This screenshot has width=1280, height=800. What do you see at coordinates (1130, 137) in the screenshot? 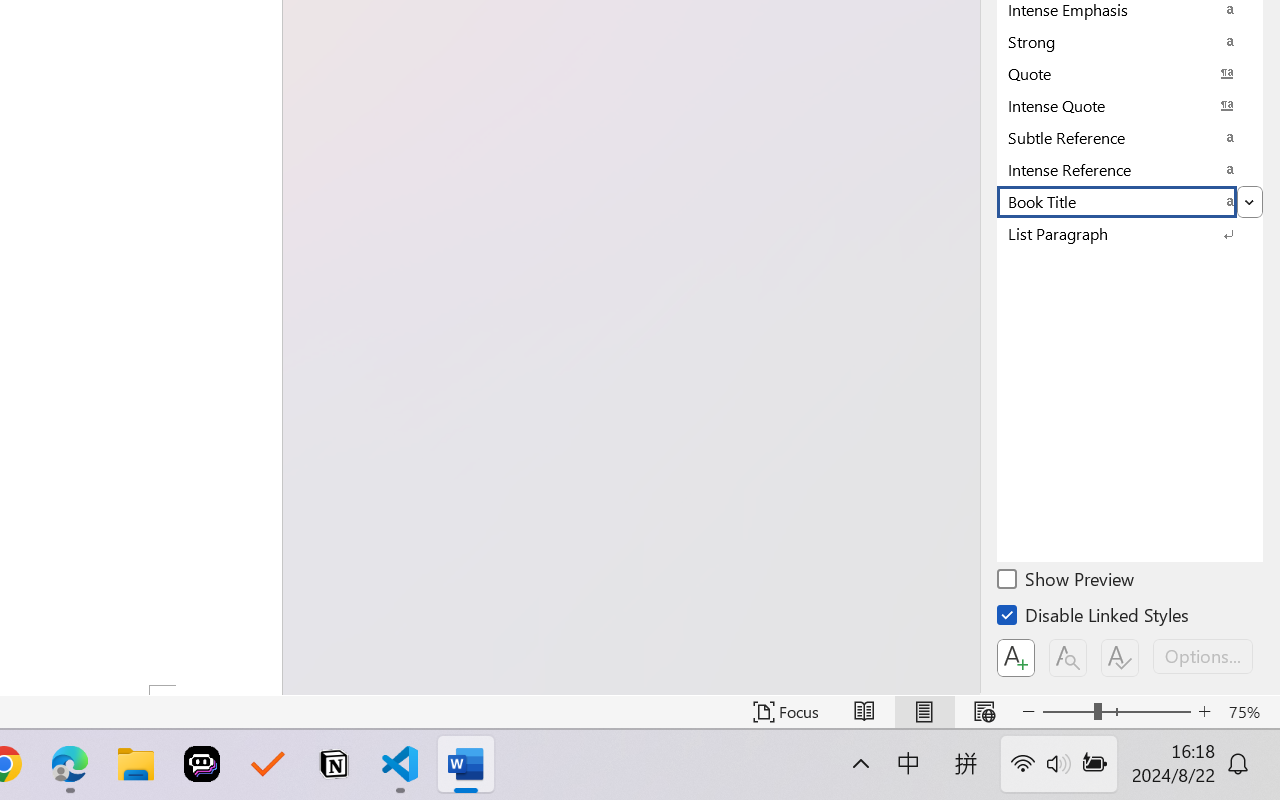
I see `'Subtle Reference'` at bounding box center [1130, 137].